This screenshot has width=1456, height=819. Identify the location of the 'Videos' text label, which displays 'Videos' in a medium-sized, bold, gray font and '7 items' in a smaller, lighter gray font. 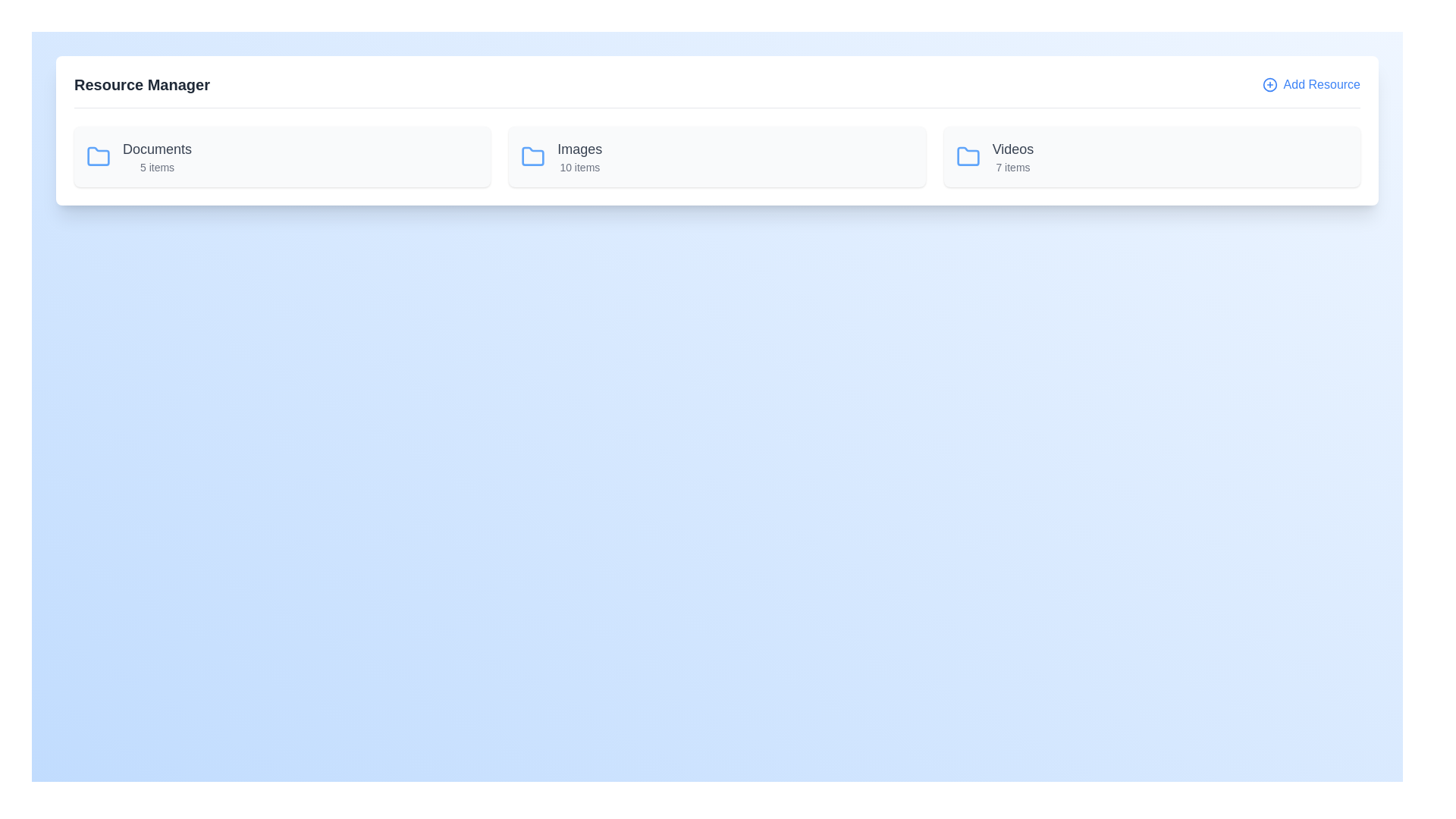
(1012, 157).